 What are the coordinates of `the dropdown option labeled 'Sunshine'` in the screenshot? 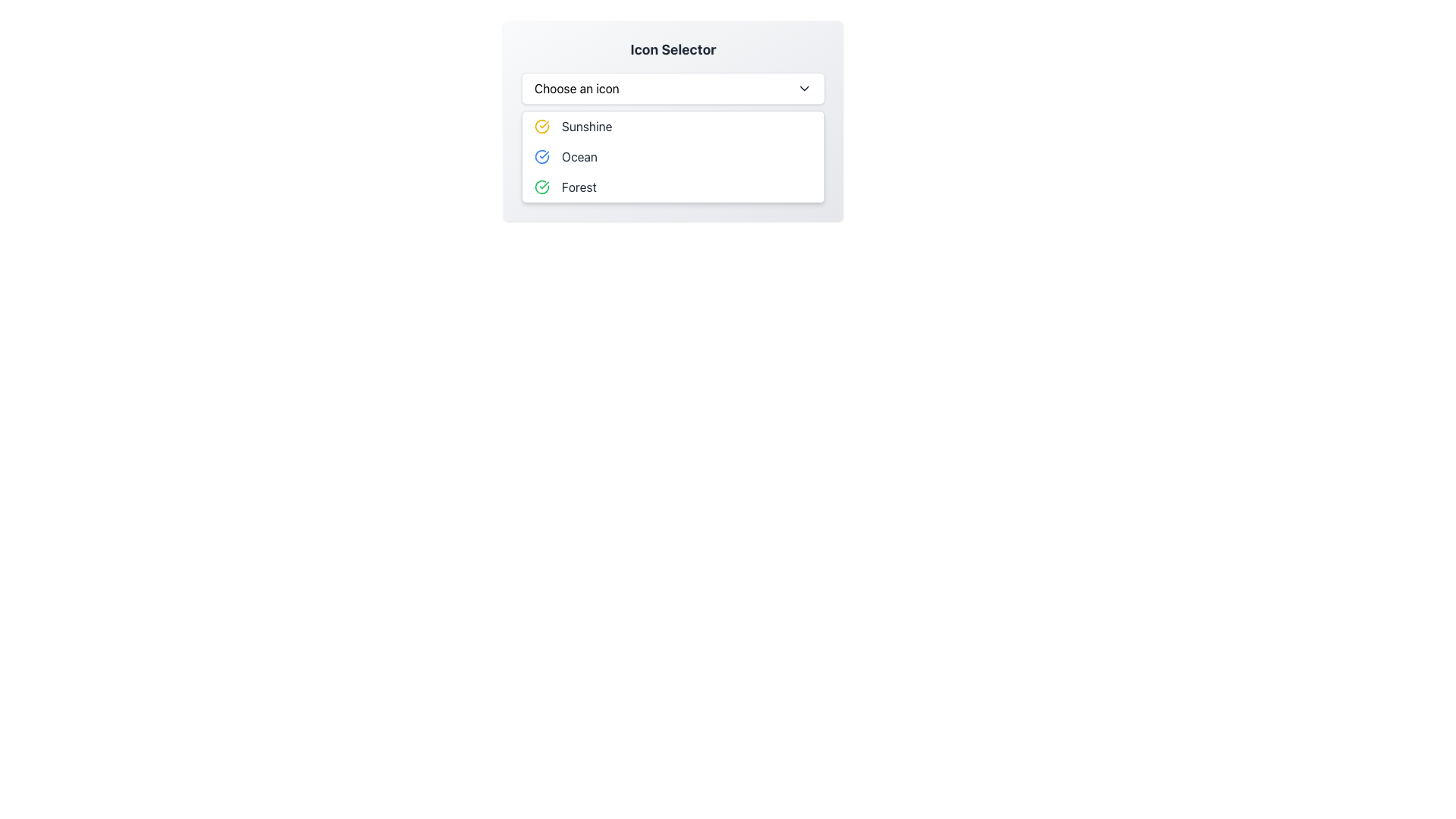 It's located at (673, 120).